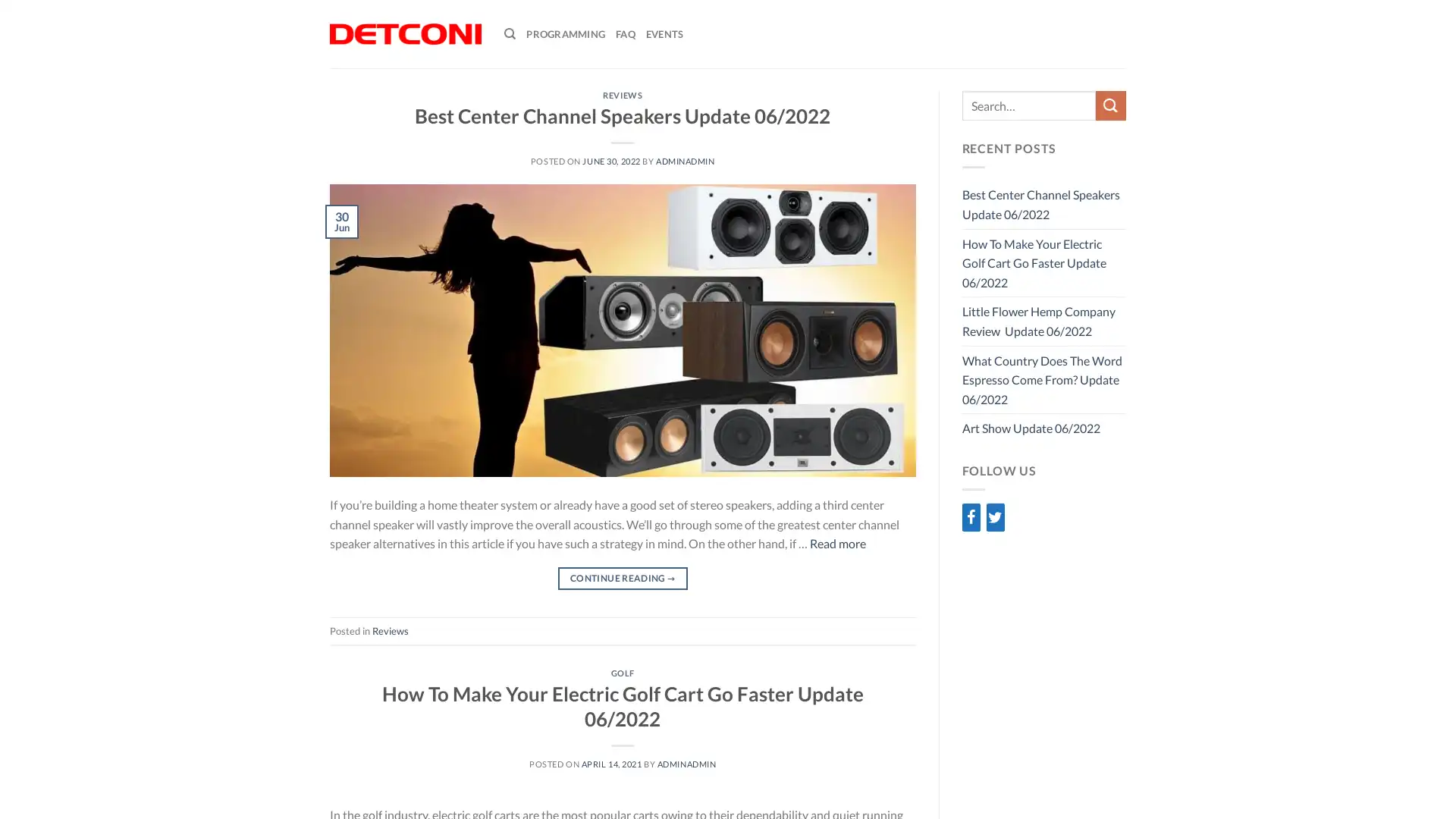 This screenshot has width=1456, height=819. What do you see at coordinates (1110, 105) in the screenshot?
I see `Submit` at bounding box center [1110, 105].